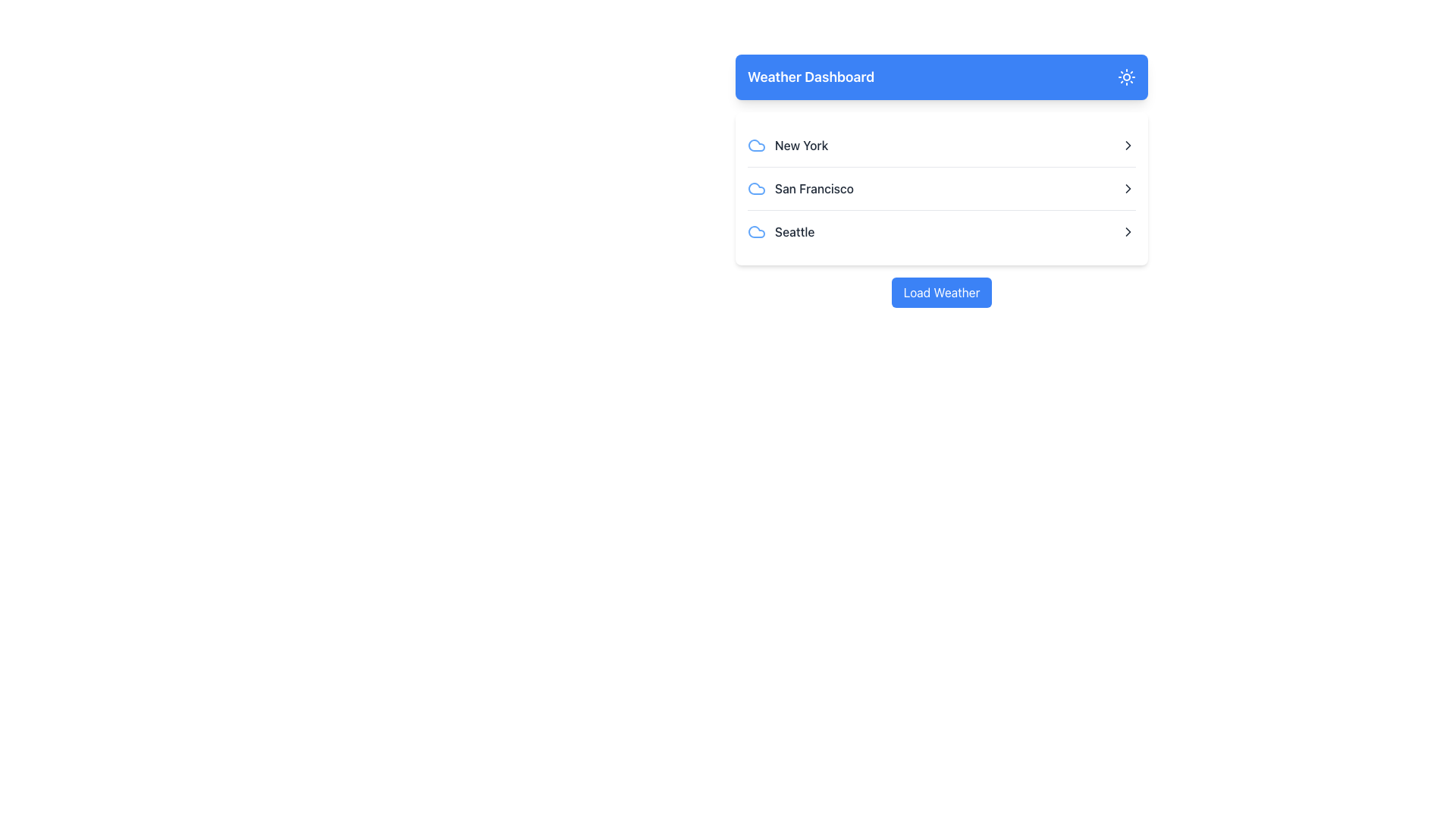  I want to click on the city selection item represented by the Text with Icon, so click(800, 188).